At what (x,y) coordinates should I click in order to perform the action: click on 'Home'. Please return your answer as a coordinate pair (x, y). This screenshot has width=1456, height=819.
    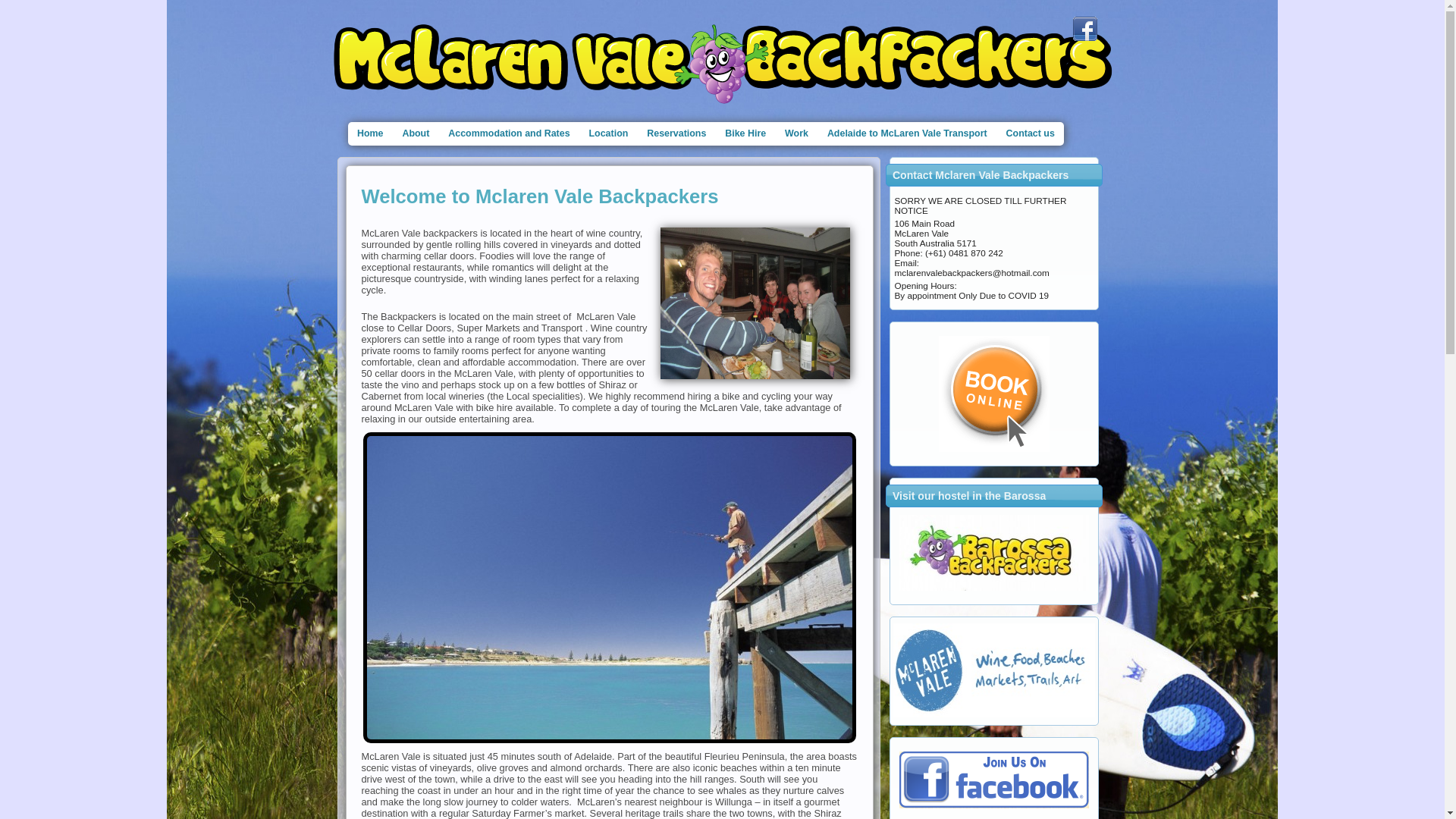
    Looking at the image, I should click on (369, 133).